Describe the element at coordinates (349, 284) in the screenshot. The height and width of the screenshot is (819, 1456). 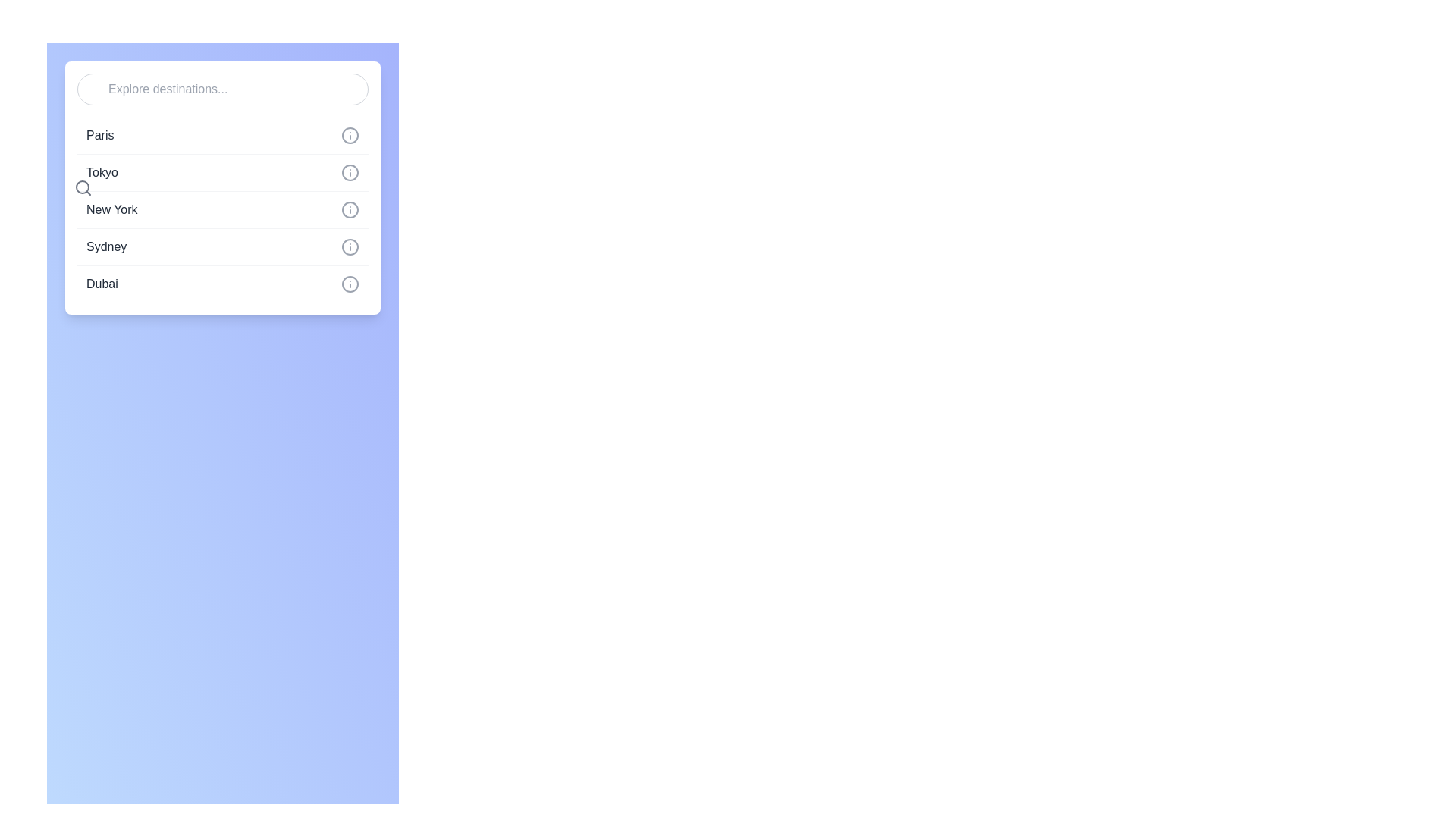
I see `the circular informational icon next to the 'Dubai' list item` at that location.